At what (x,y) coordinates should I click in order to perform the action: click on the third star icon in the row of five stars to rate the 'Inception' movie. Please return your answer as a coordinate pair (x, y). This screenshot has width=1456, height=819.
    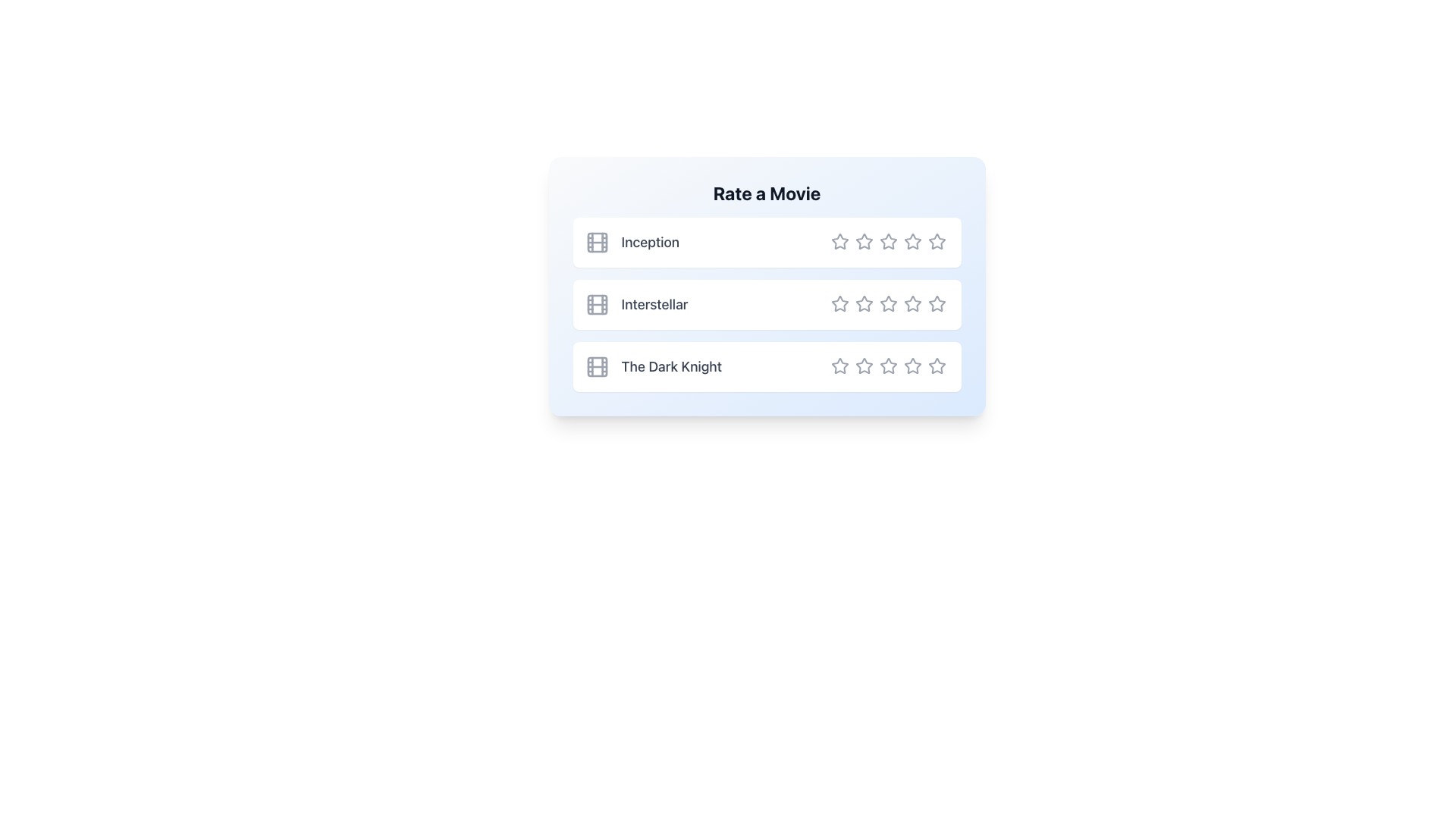
    Looking at the image, I should click on (888, 241).